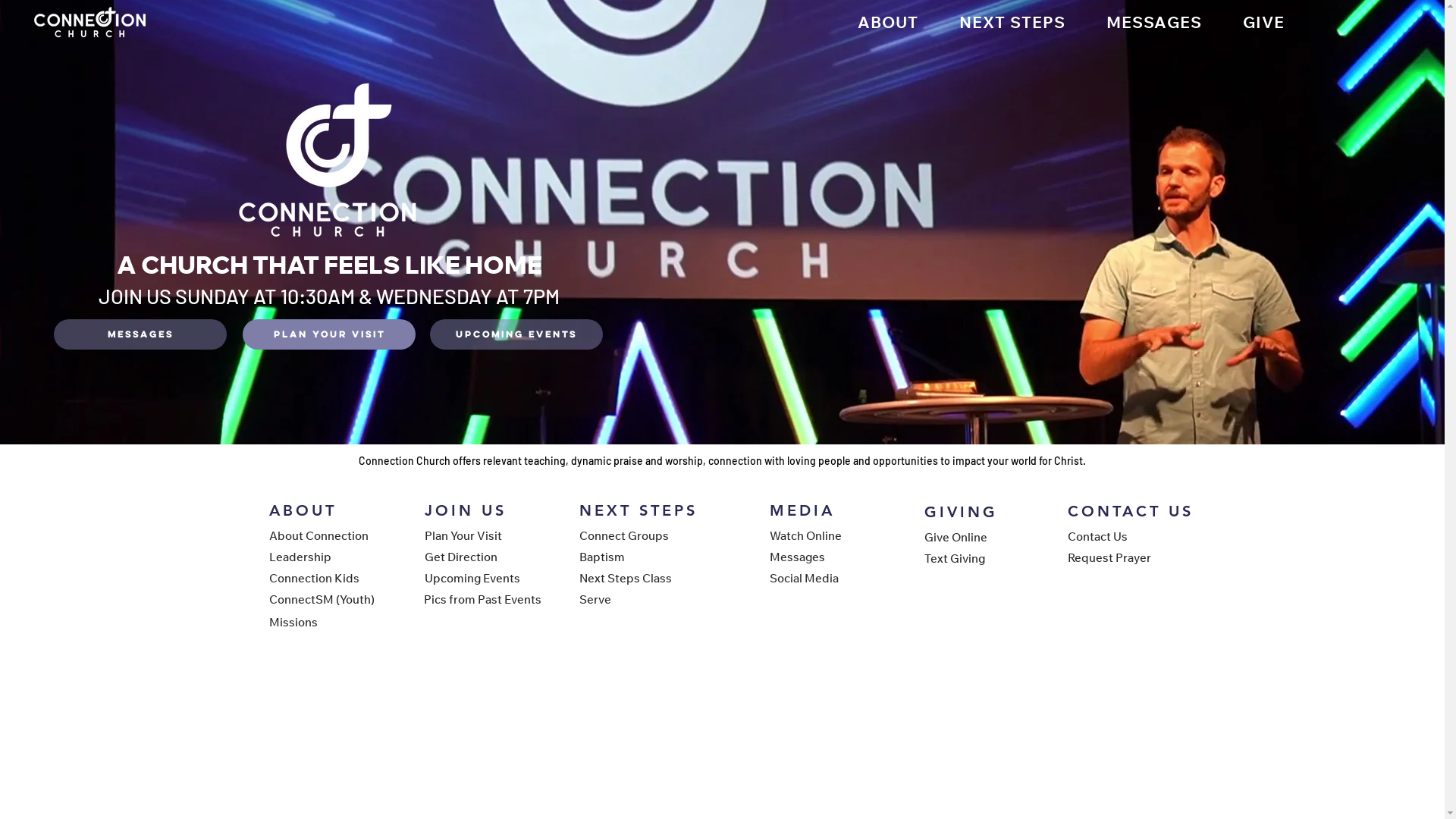 Image resolution: width=1456 pixels, height=819 pixels. What do you see at coordinates (923, 558) in the screenshot?
I see `'Text Giving'` at bounding box center [923, 558].